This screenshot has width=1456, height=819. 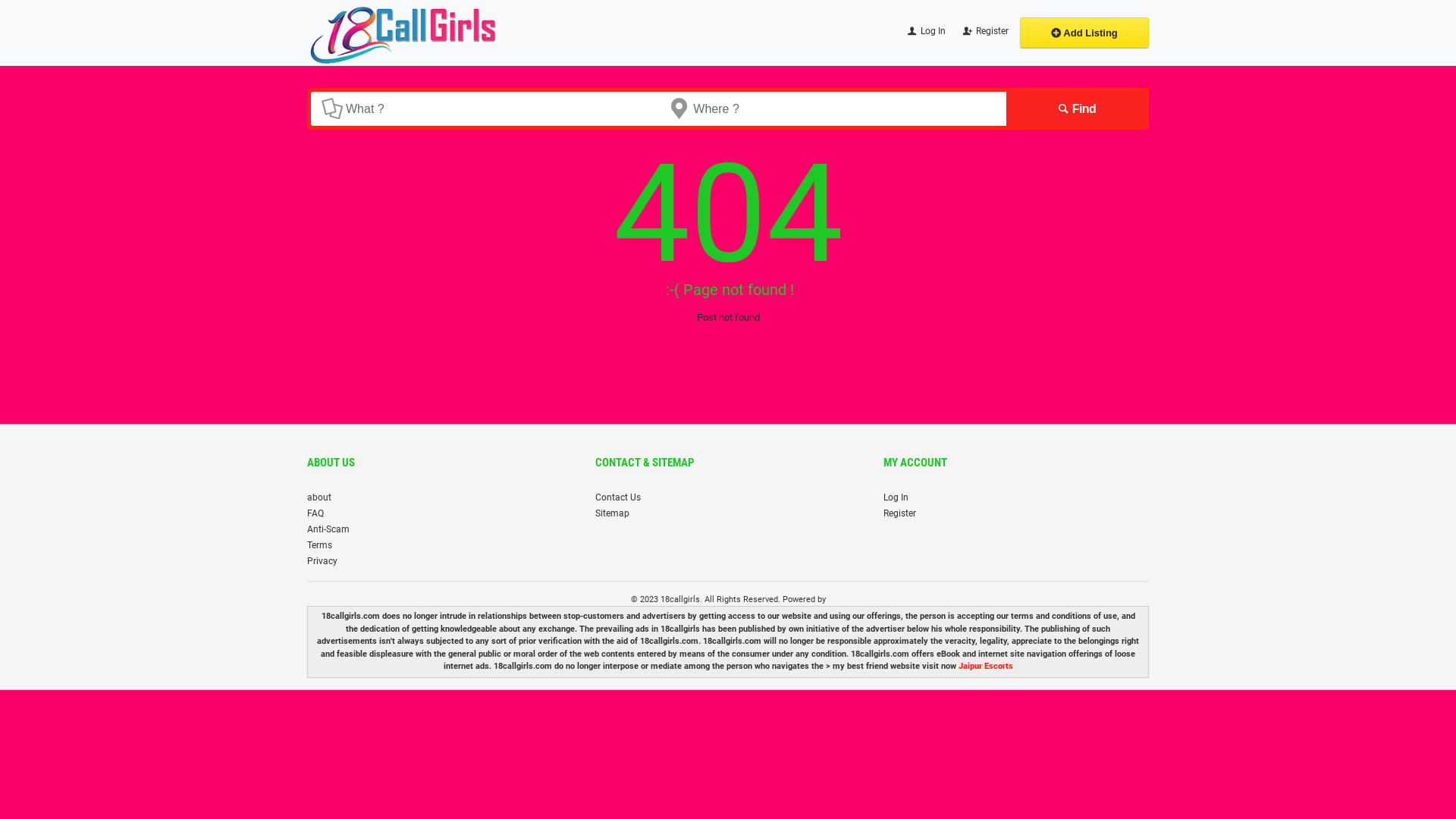 What do you see at coordinates (327, 528) in the screenshot?
I see `'Anti-Scam'` at bounding box center [327, 528].